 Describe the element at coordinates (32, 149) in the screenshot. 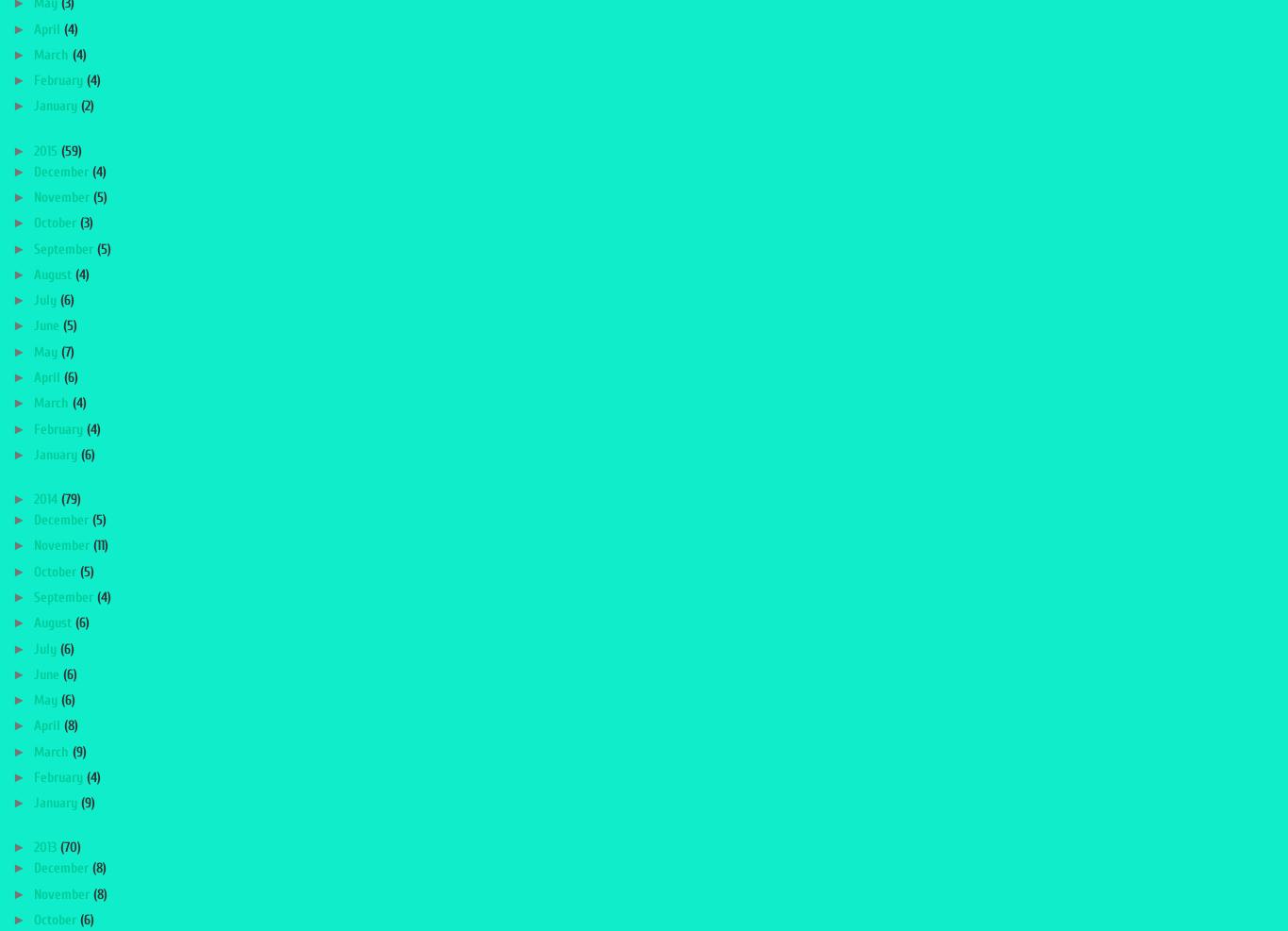

I see `'2015'` at that location.